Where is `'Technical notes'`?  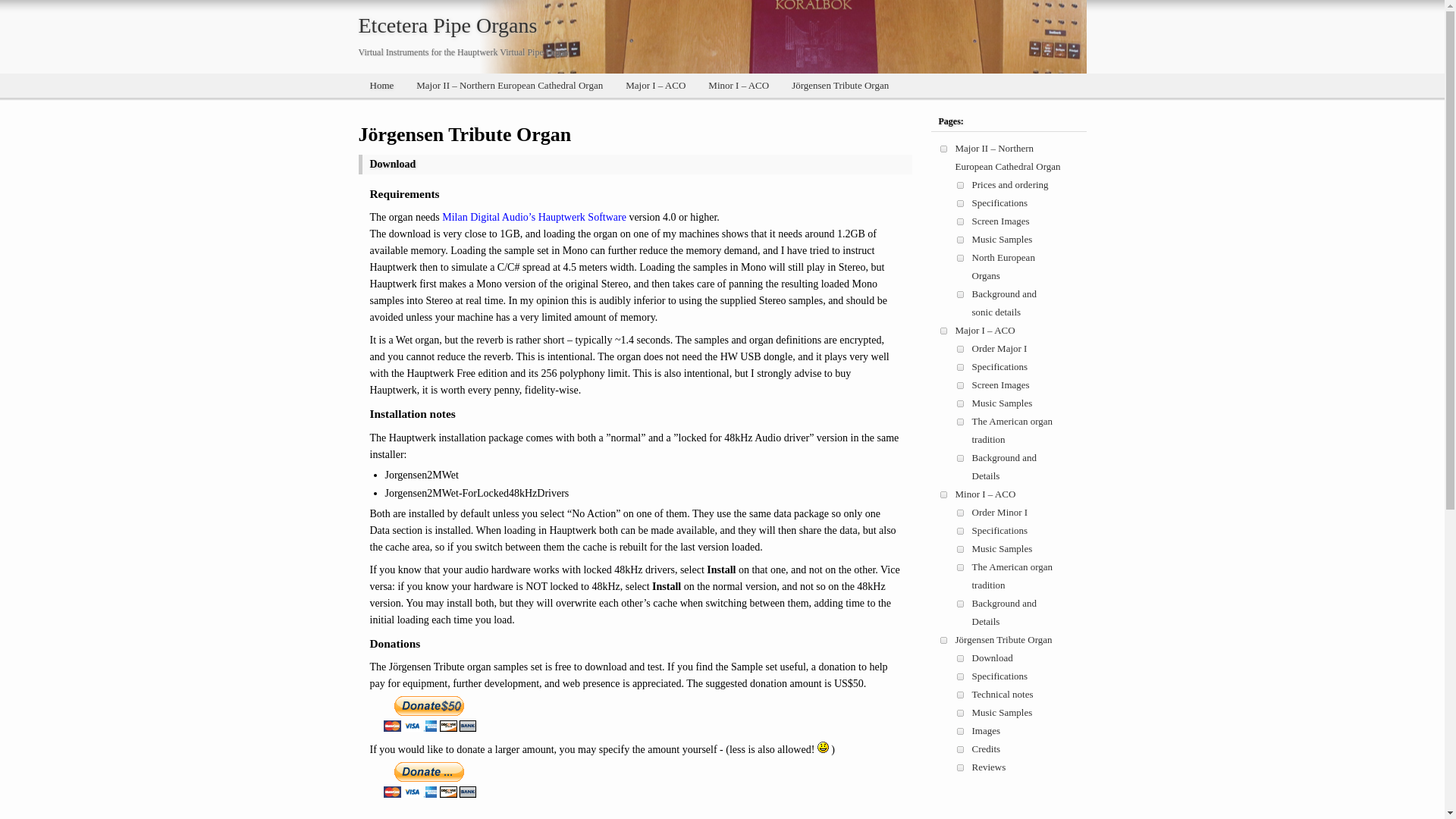 'Technical notes' is located at coordinates (1003, 694).